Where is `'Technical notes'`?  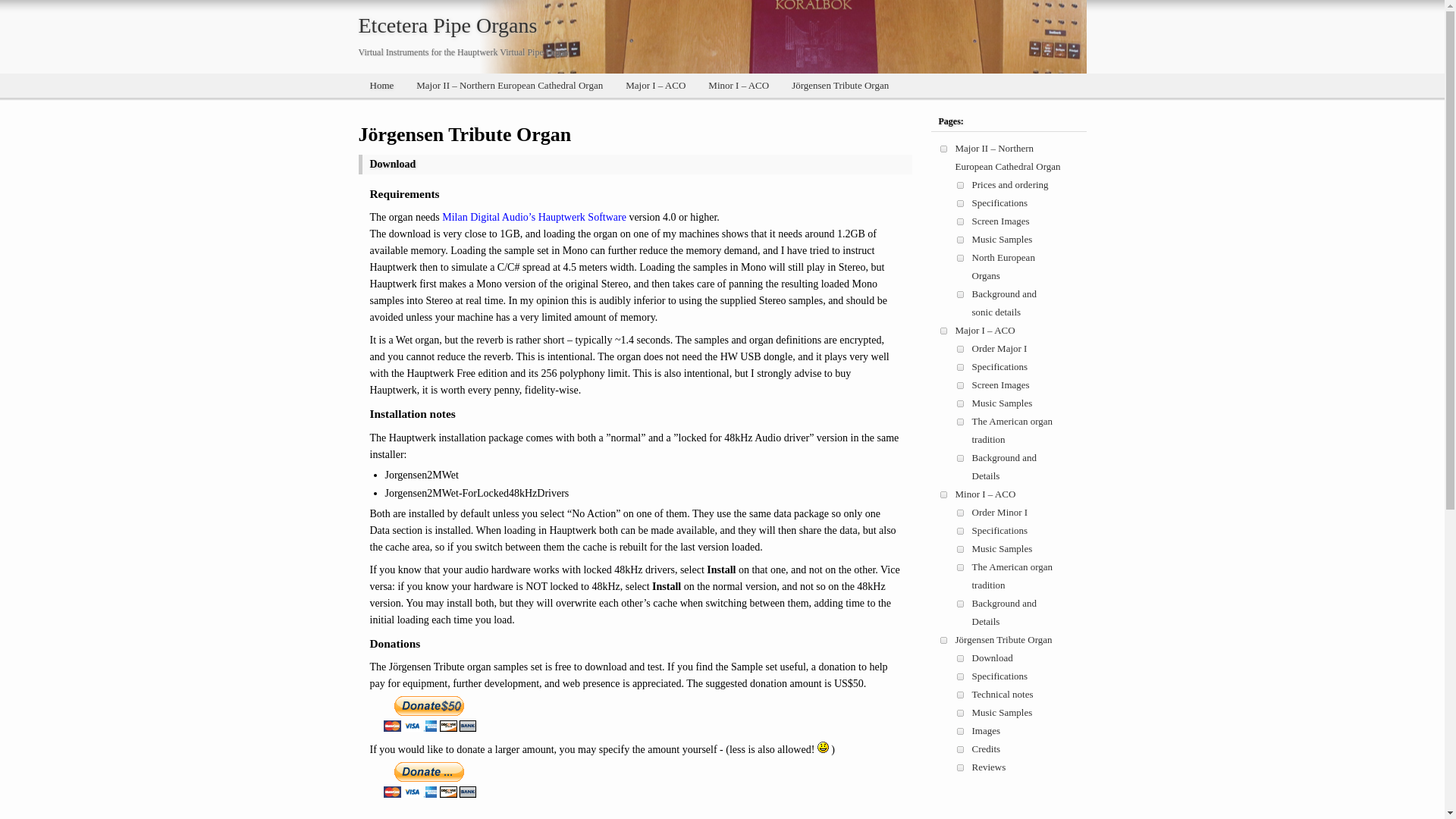 'Technical notes' is located at coordinates (1003, 694).